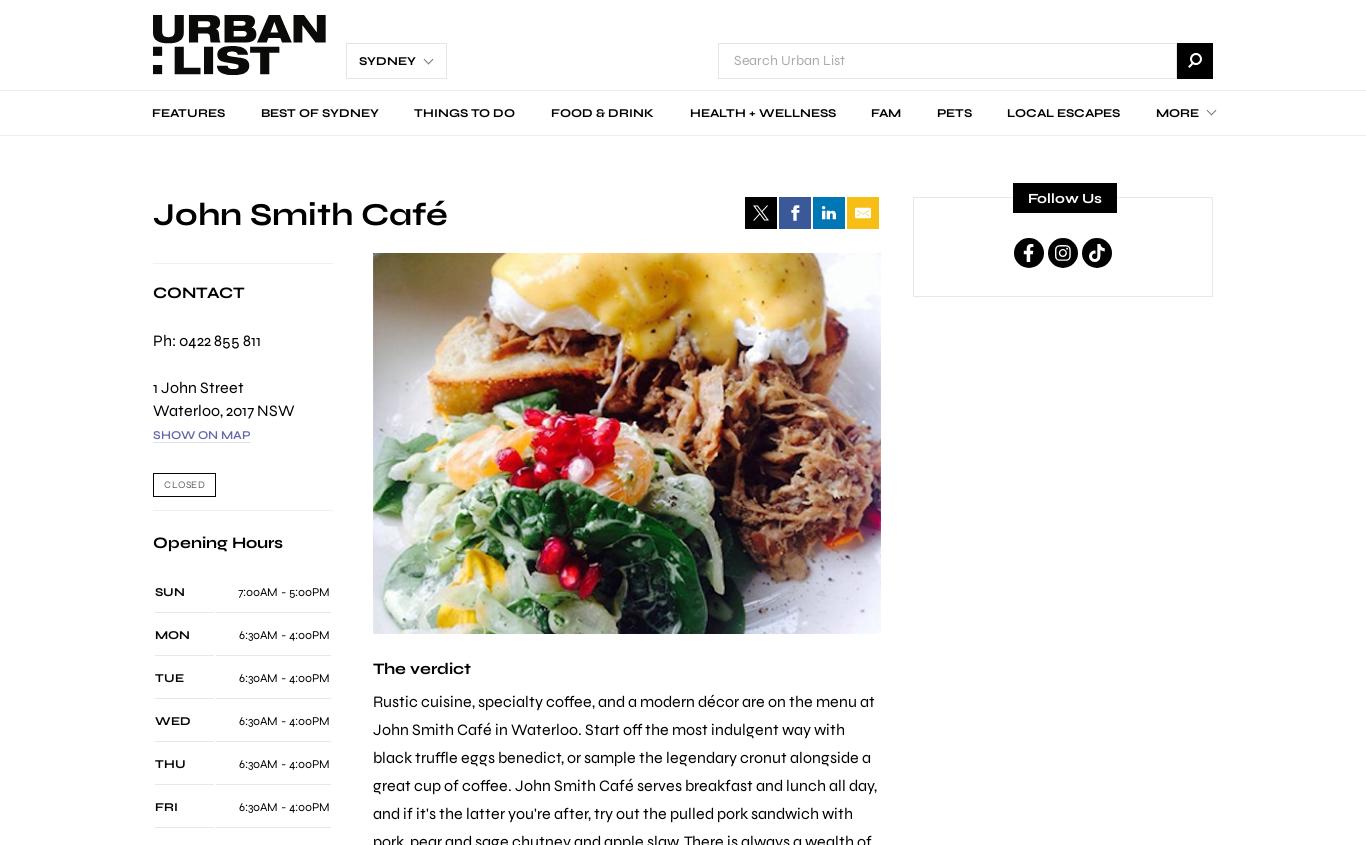  Describe the element at coordinates (318, 112) in the screenshot. I see `'Best Of Sydney'` at that location.